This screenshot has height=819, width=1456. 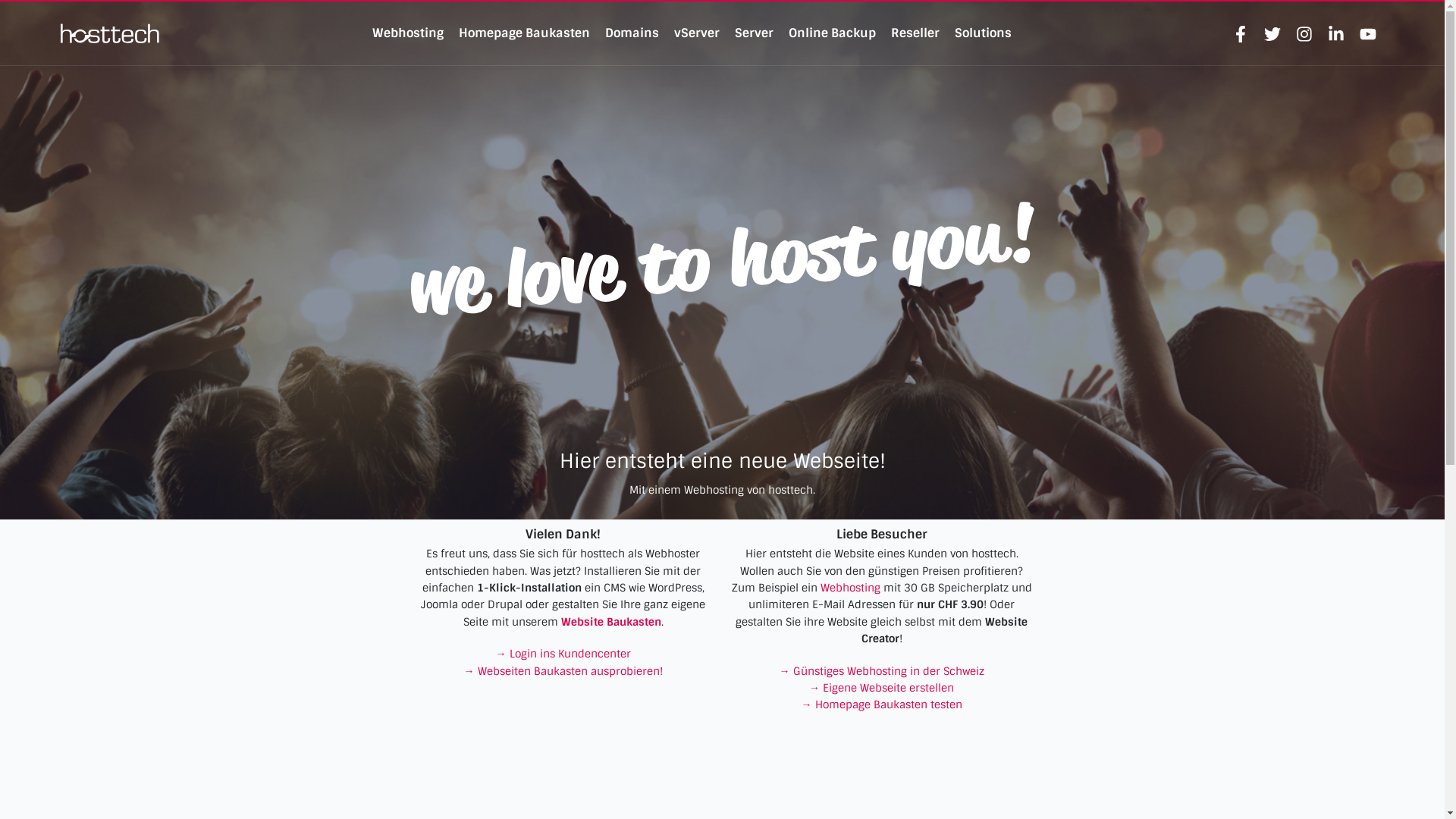 What do you see at coordinates (611, 622) in the screenshot?
I see `'Website Baukasten'` at bounding box center [611, 622].